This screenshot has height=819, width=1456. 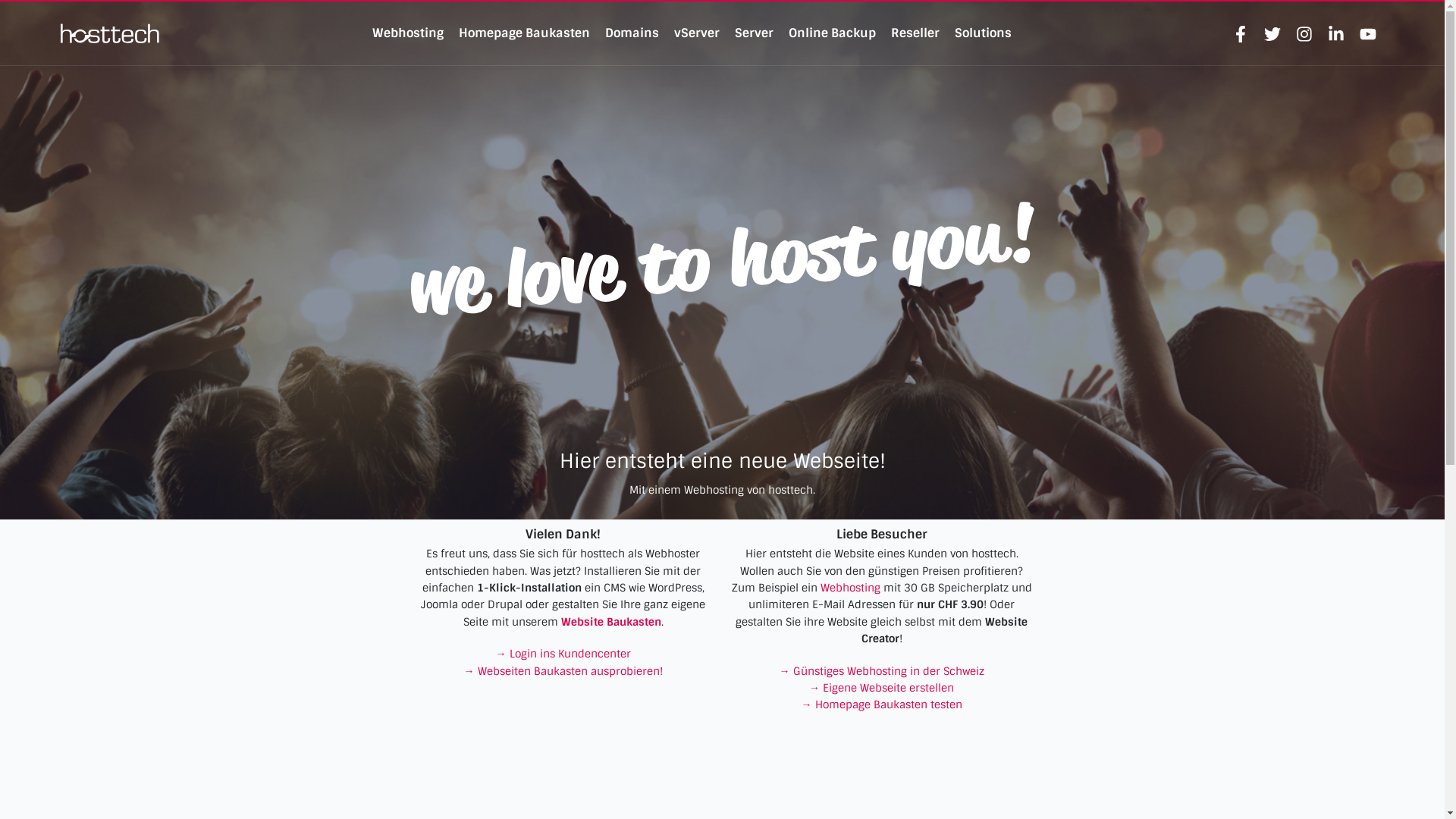 What do you see at coordinates (611, 622) in the screenshot?
I see `'Website Baukasten'` at bounding box center [611, 622].